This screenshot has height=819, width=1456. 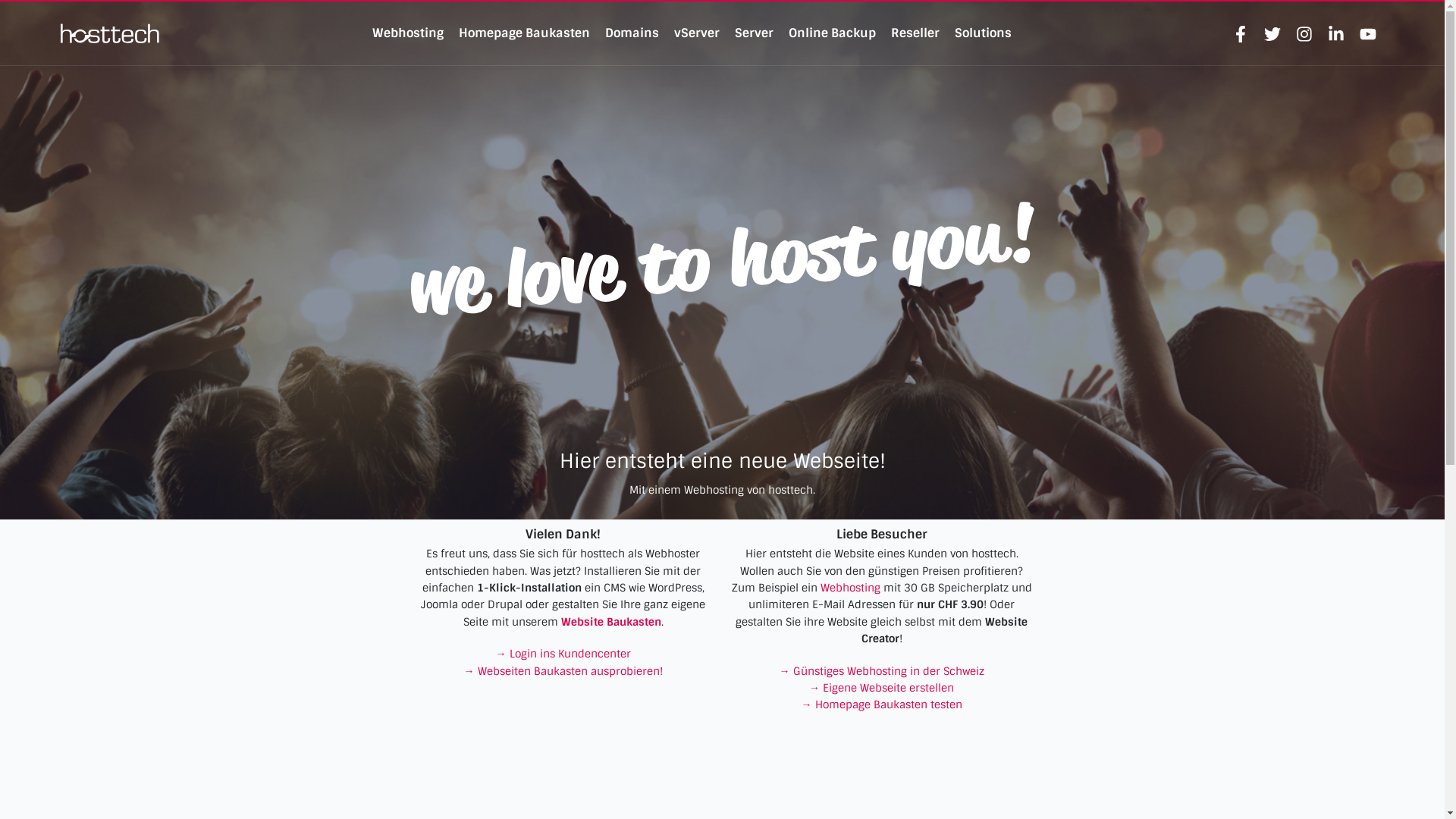 What do you see at coordinates (611, 622) in the screenshot?
I see `'Website Baukasten'` at bounding box center [611, 622].